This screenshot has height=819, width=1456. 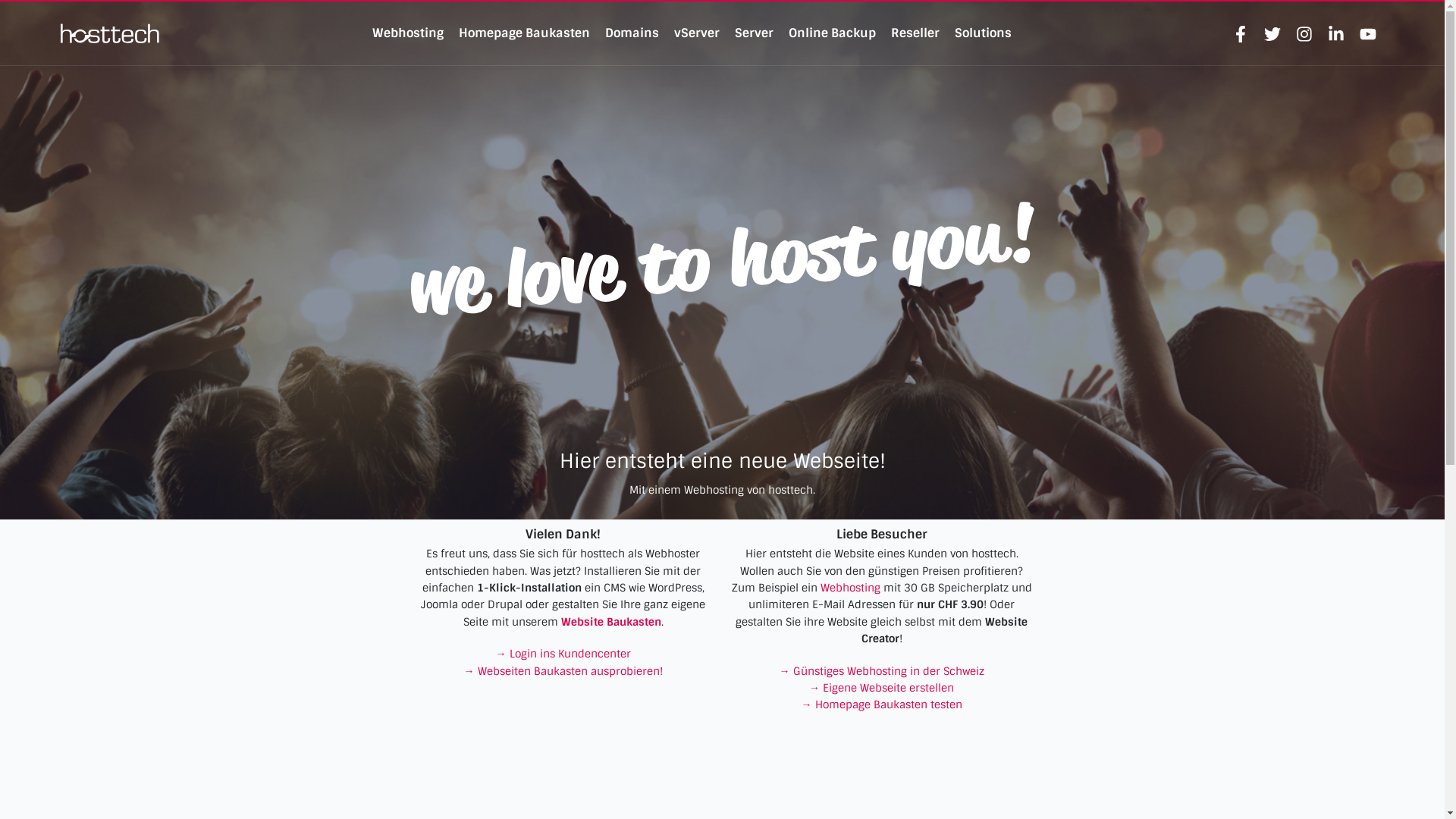 What do you see at coordinates (611, 622) in the screenshot?
I see `'Website Baukasten'` at bounding box center [611, 622].